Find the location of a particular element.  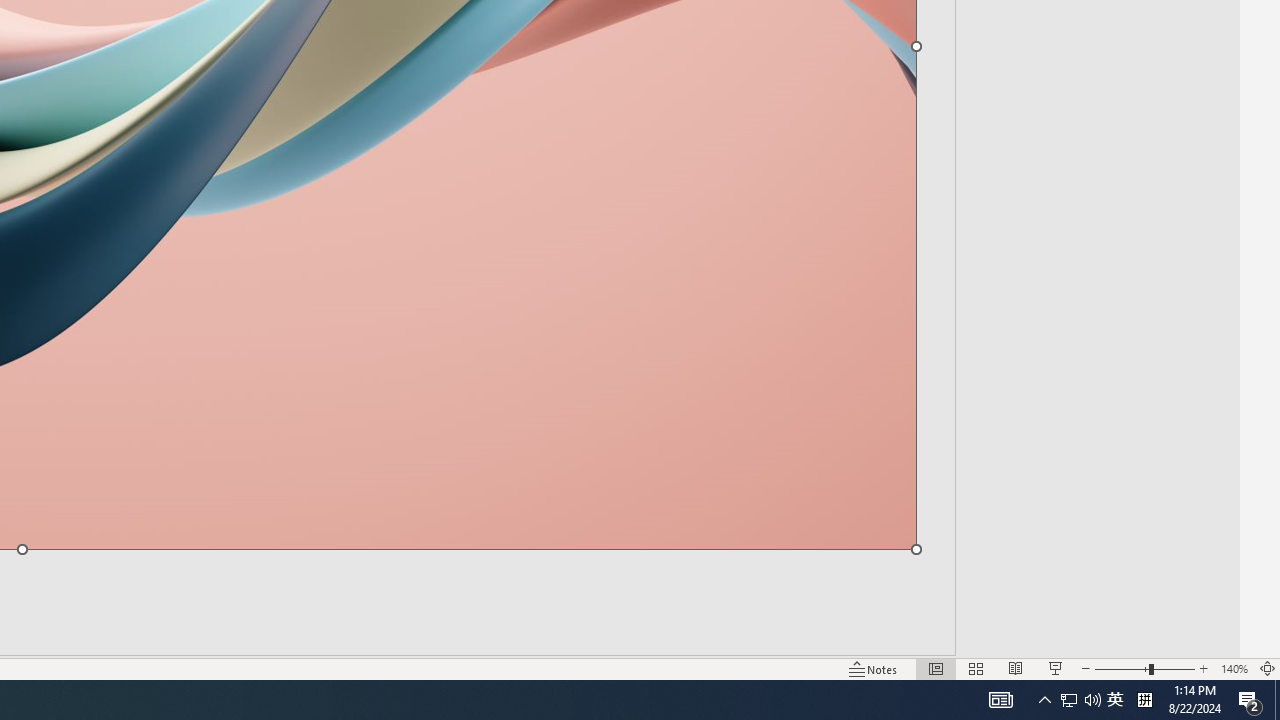

'Zoom' is located at coordinates (1144, 669).